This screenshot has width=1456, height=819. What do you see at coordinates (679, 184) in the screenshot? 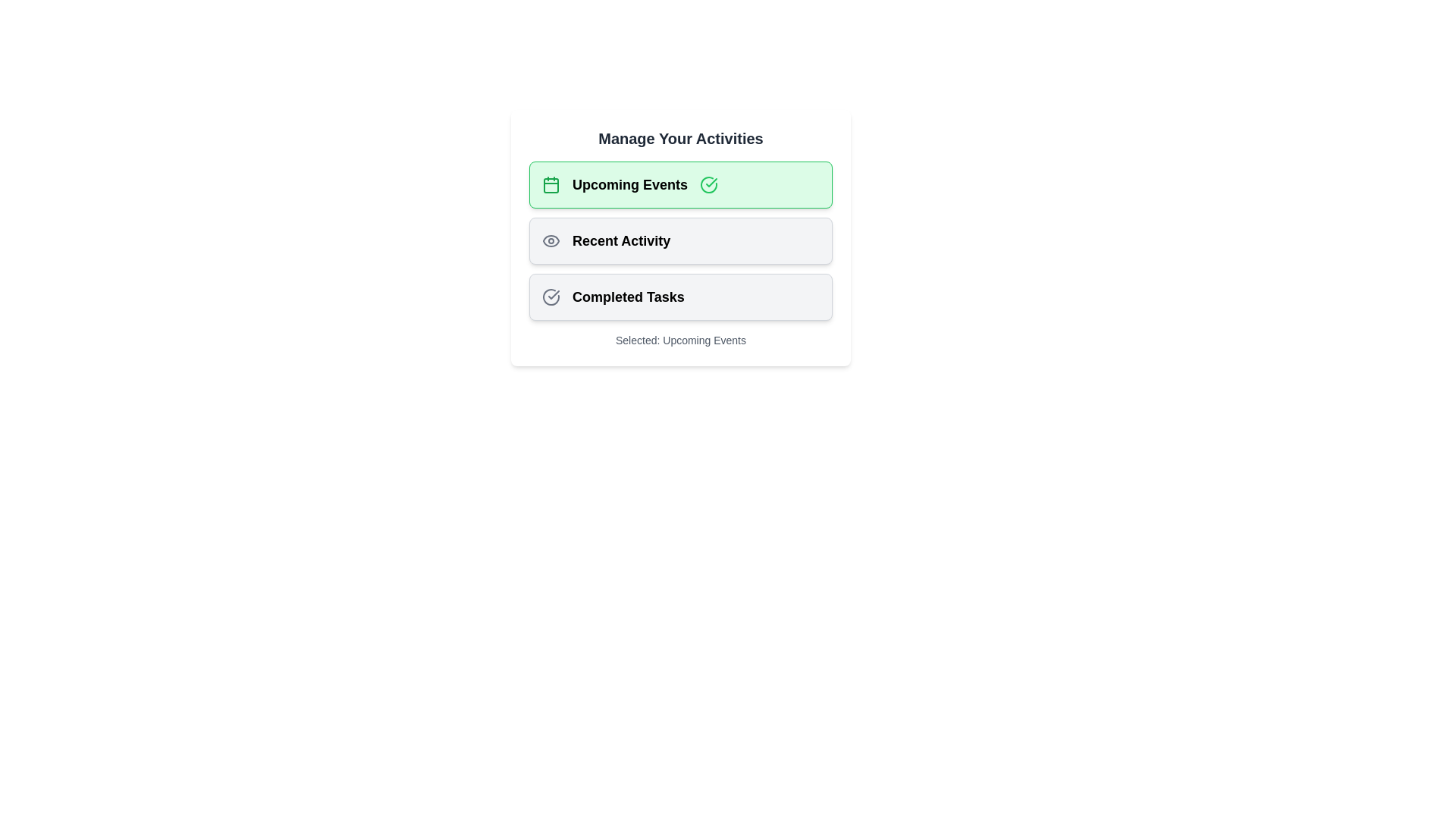
I see `the chip labeled Upcoming Events to observe the hover effect` at bounding box center [679, 184].